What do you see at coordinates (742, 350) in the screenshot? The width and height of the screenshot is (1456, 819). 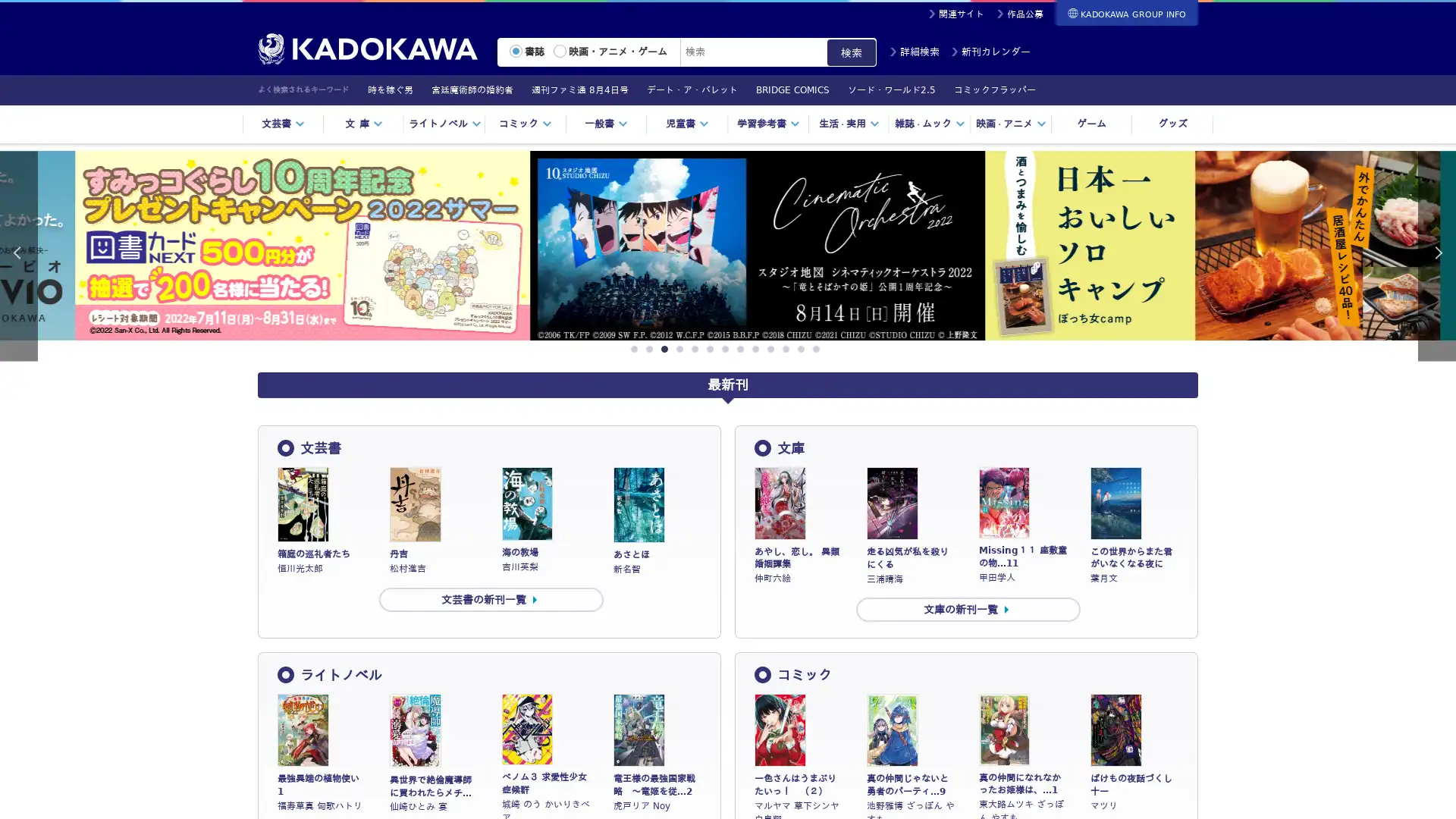 I see `8` at bounding box center [742, 350].